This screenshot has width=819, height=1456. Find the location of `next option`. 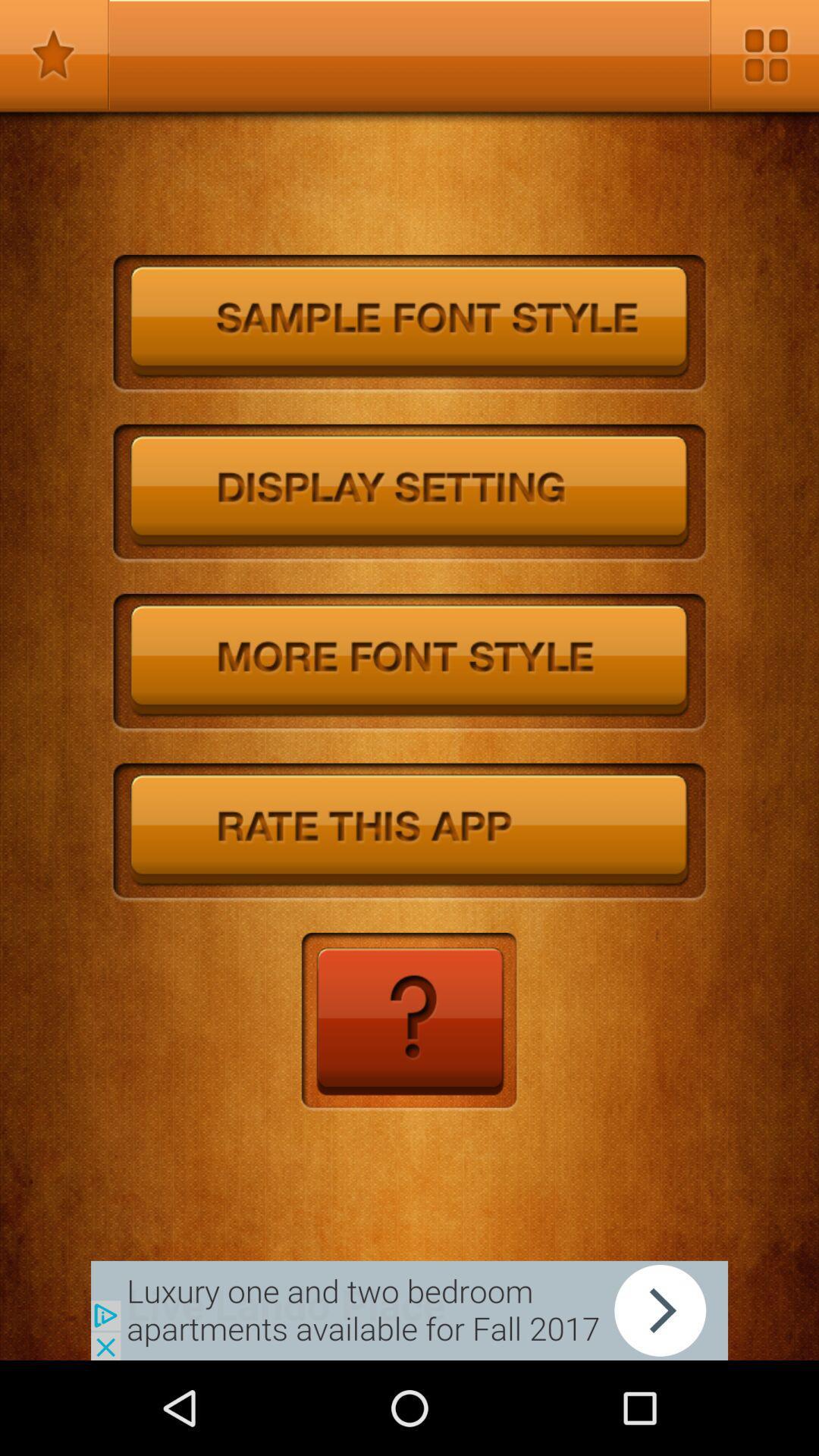

next option is located at coordinates (409, 1310).